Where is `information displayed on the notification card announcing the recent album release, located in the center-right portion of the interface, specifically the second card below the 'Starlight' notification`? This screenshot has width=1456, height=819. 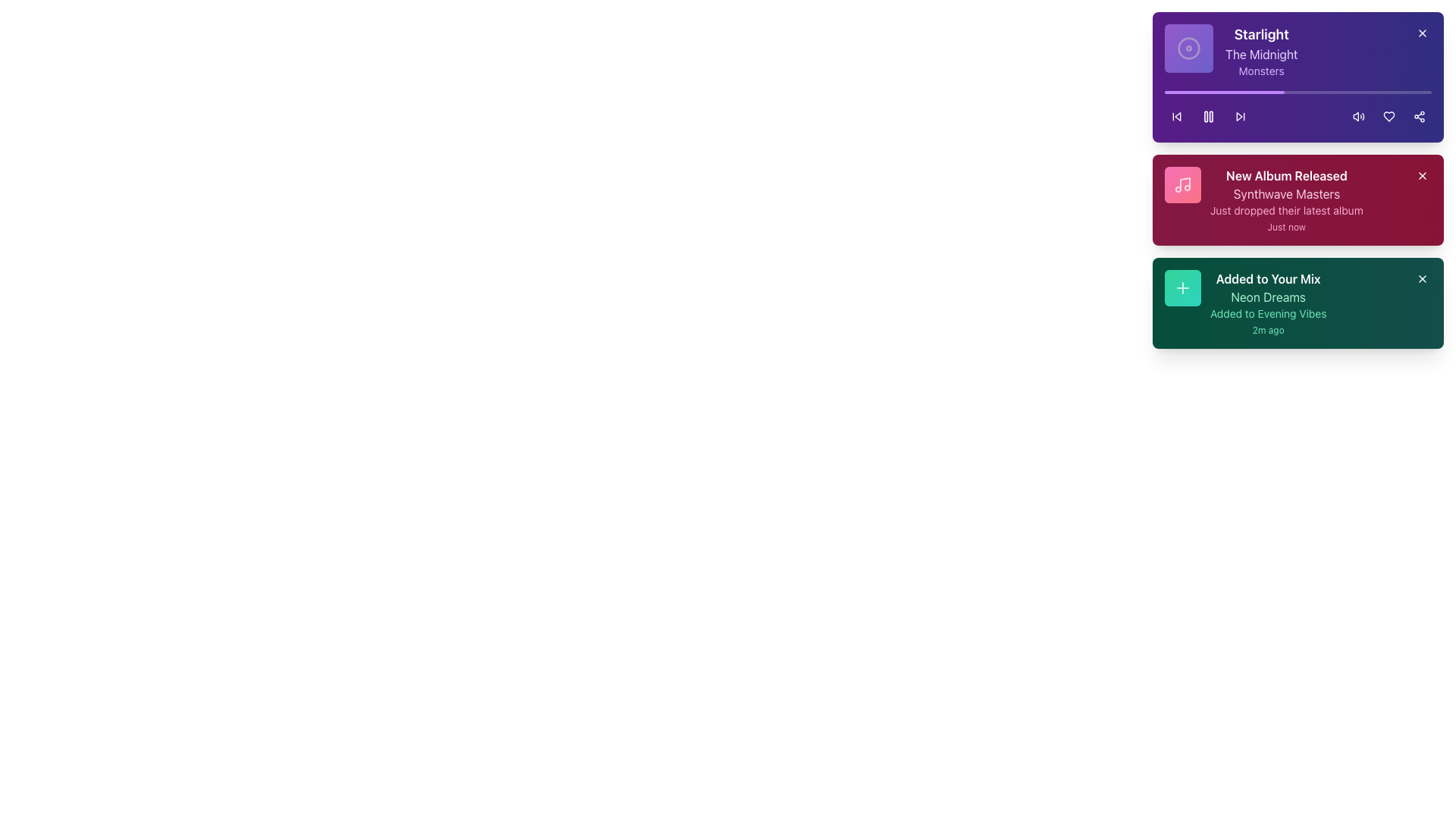 information displayed on the notification card announcing the recent album release, located in the center-right portion of the interface, specifically the second card below the 'Starlight' notification is located at coordinates (1285, 199).